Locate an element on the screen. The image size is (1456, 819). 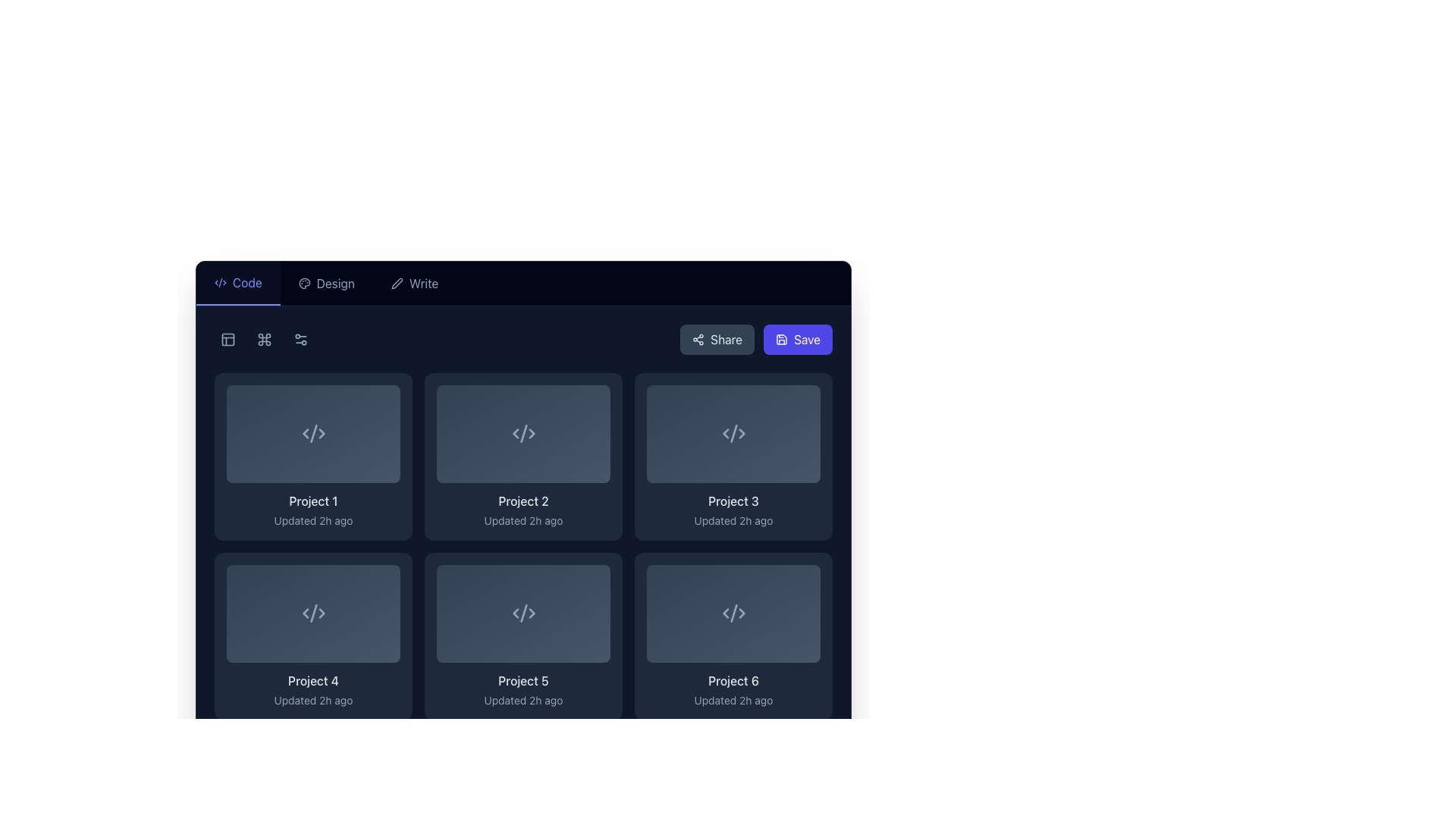
the settings or filter icon located in the top row of the dark sidebar, second from the left, which consists of two circles connected by a line is located at coordinates (301, 338).